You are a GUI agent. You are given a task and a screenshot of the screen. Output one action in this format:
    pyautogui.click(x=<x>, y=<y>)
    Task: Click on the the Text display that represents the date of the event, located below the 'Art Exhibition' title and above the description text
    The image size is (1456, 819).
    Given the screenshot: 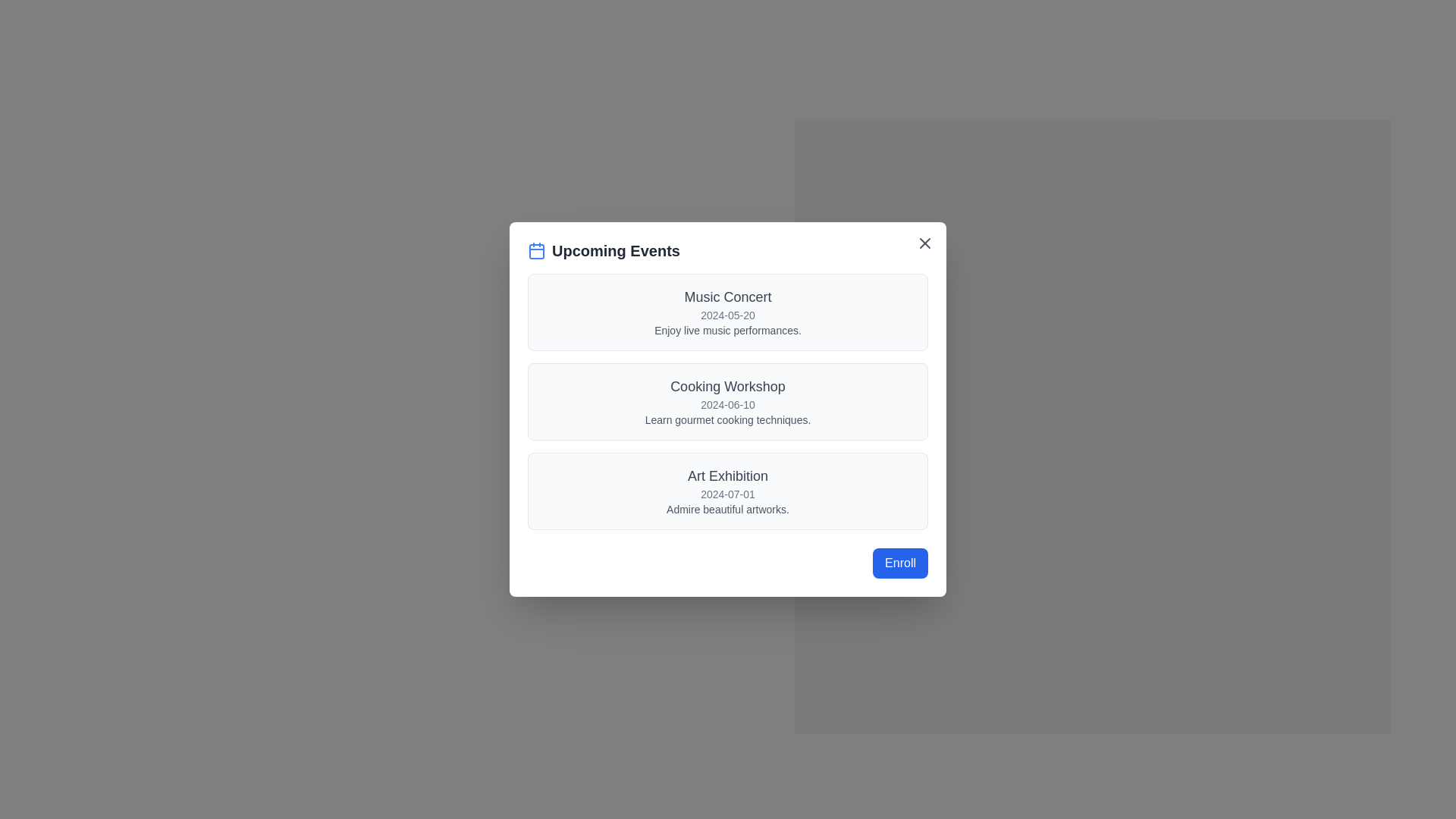 What is the action you would take?
    pyautogui.click(x=728, y=494)
    